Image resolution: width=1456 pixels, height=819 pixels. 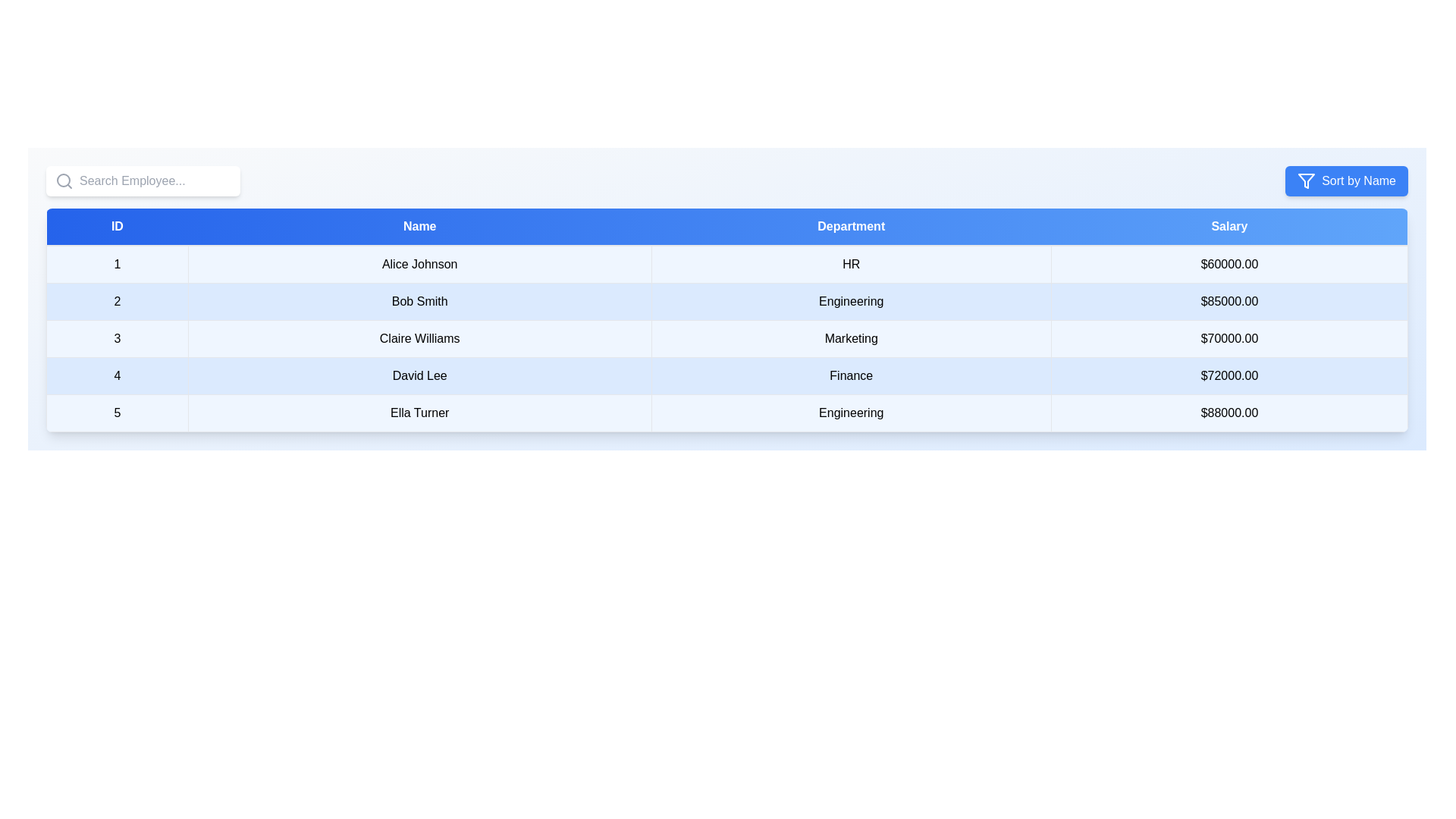 What do you see at coordinates (116, 227) in the screenshot?
I see `the text label displaying 'ID' in the table header with a blue background and white text, located at the far-left end of the table` at bounding box center [116, 227].